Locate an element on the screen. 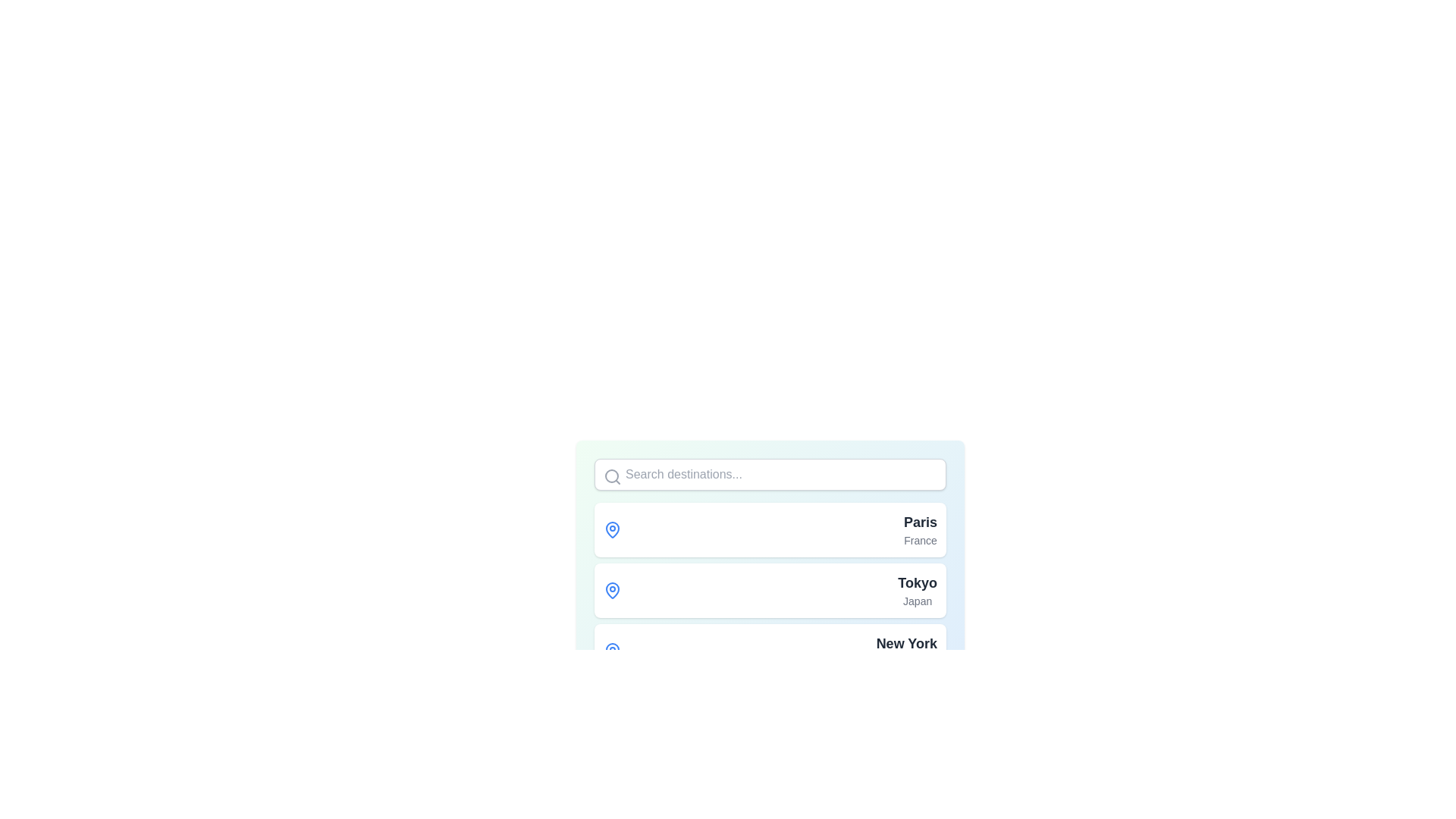 This screenshot has width=1456, height=819. the location pin icon representing 'New York' in the list of cities, indicating it is an interactive element is located at coordinates (612, 649).